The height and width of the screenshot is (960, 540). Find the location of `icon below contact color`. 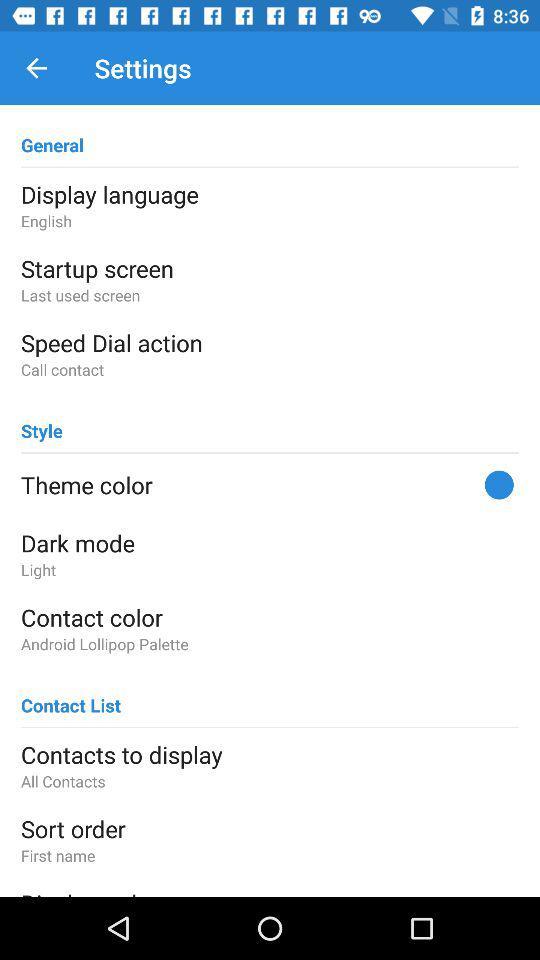

icon below contact color is located at coordinates (270, 643).